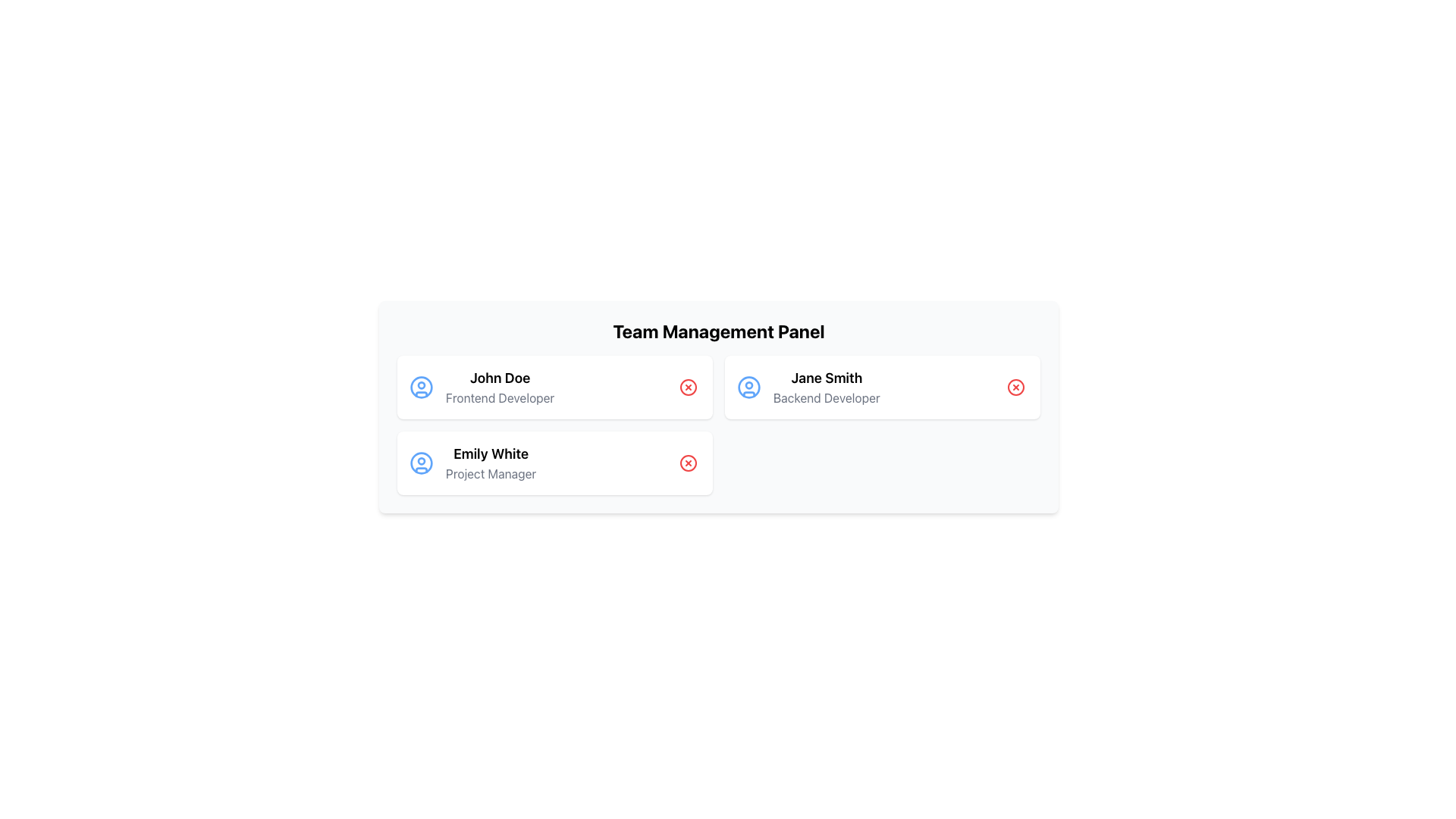 This screenshot has width=1456, height=819. I want to click on the card representing a team member located in the upper-right area of the grid, specifically the second item following the 'John Doe' card, so click(882, 386).